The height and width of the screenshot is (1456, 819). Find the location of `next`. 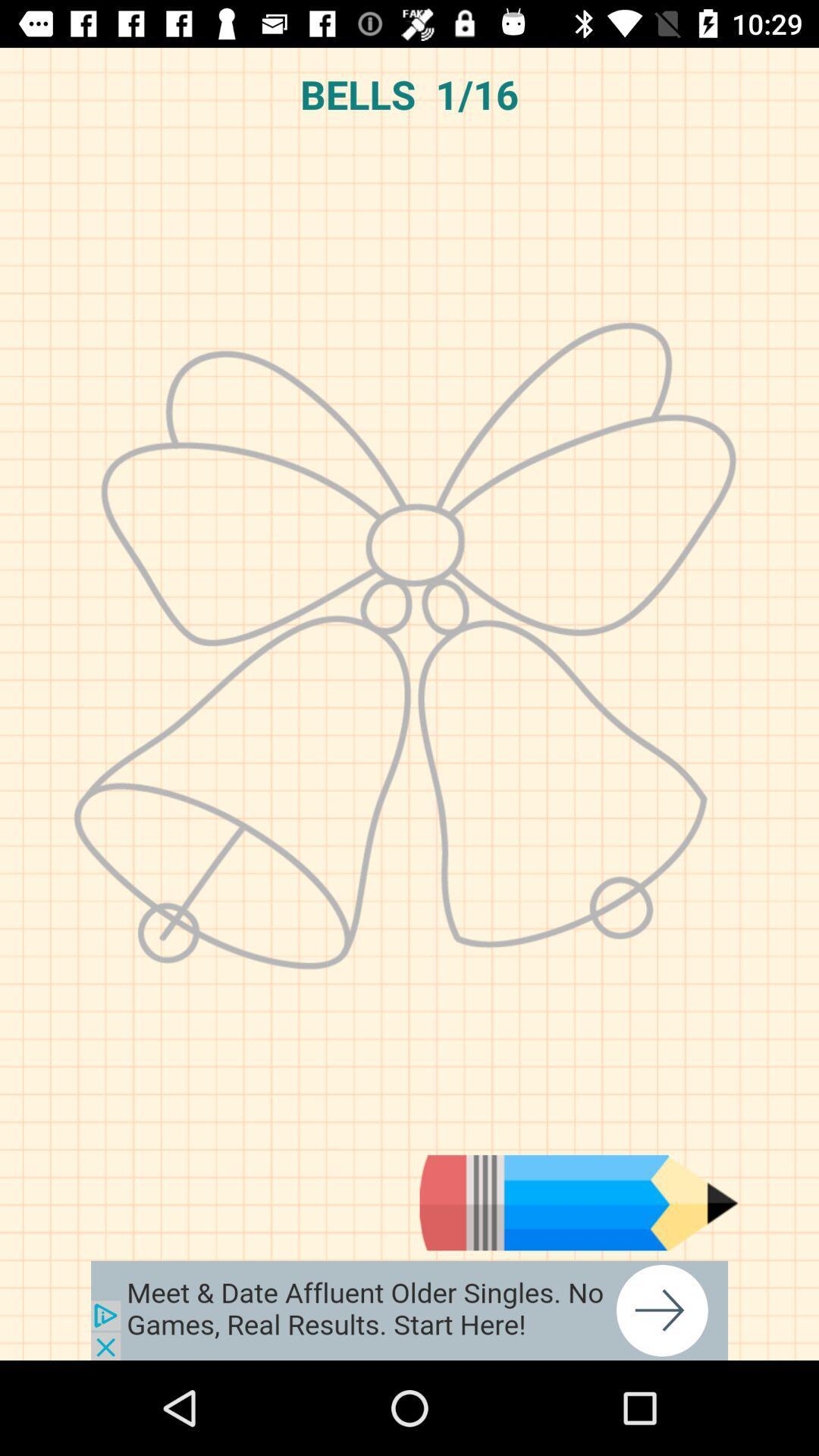

next is located at coordinates (579, 1202).